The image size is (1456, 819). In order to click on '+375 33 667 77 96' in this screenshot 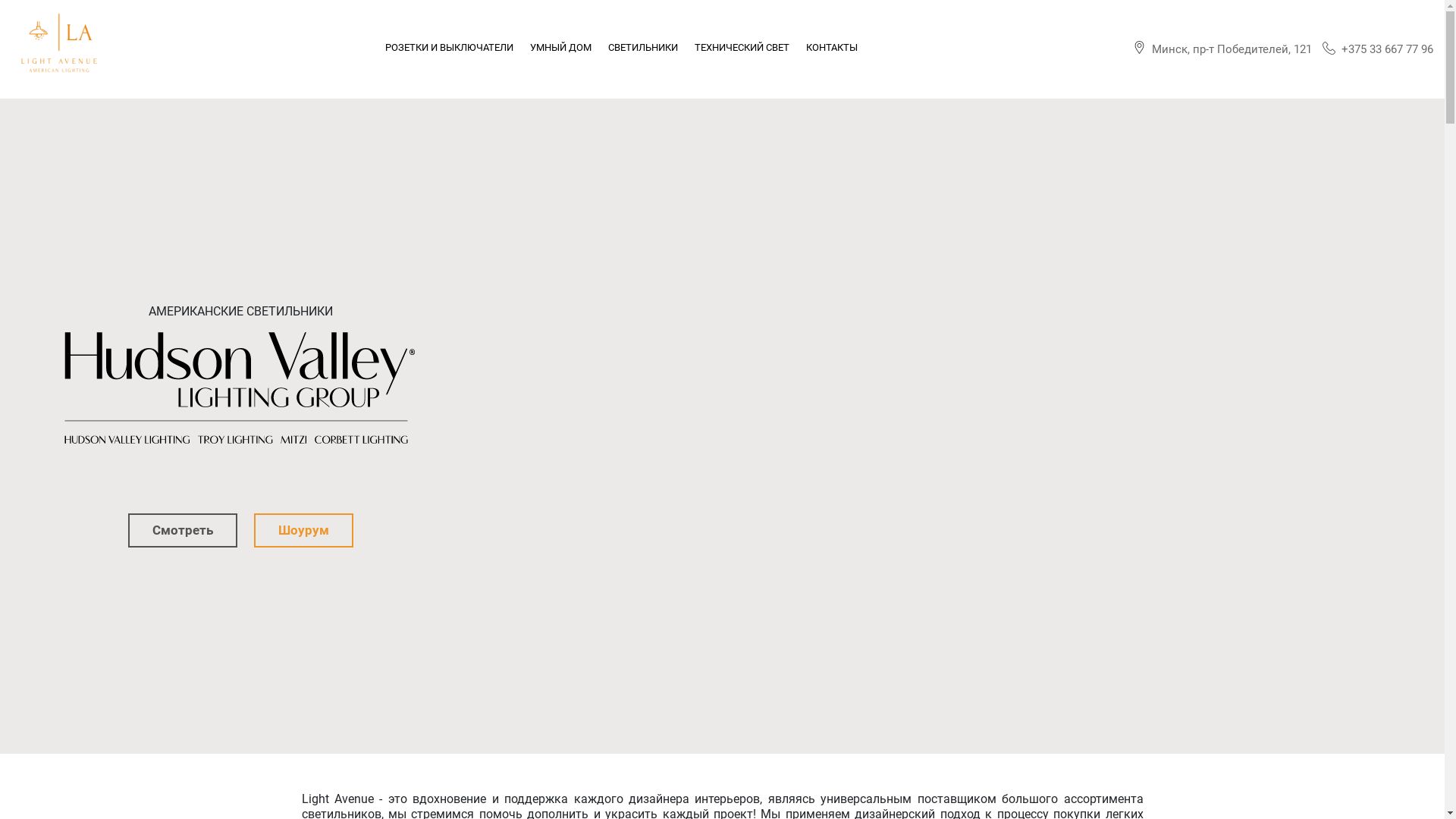, I will do `click(1378, 48)`.